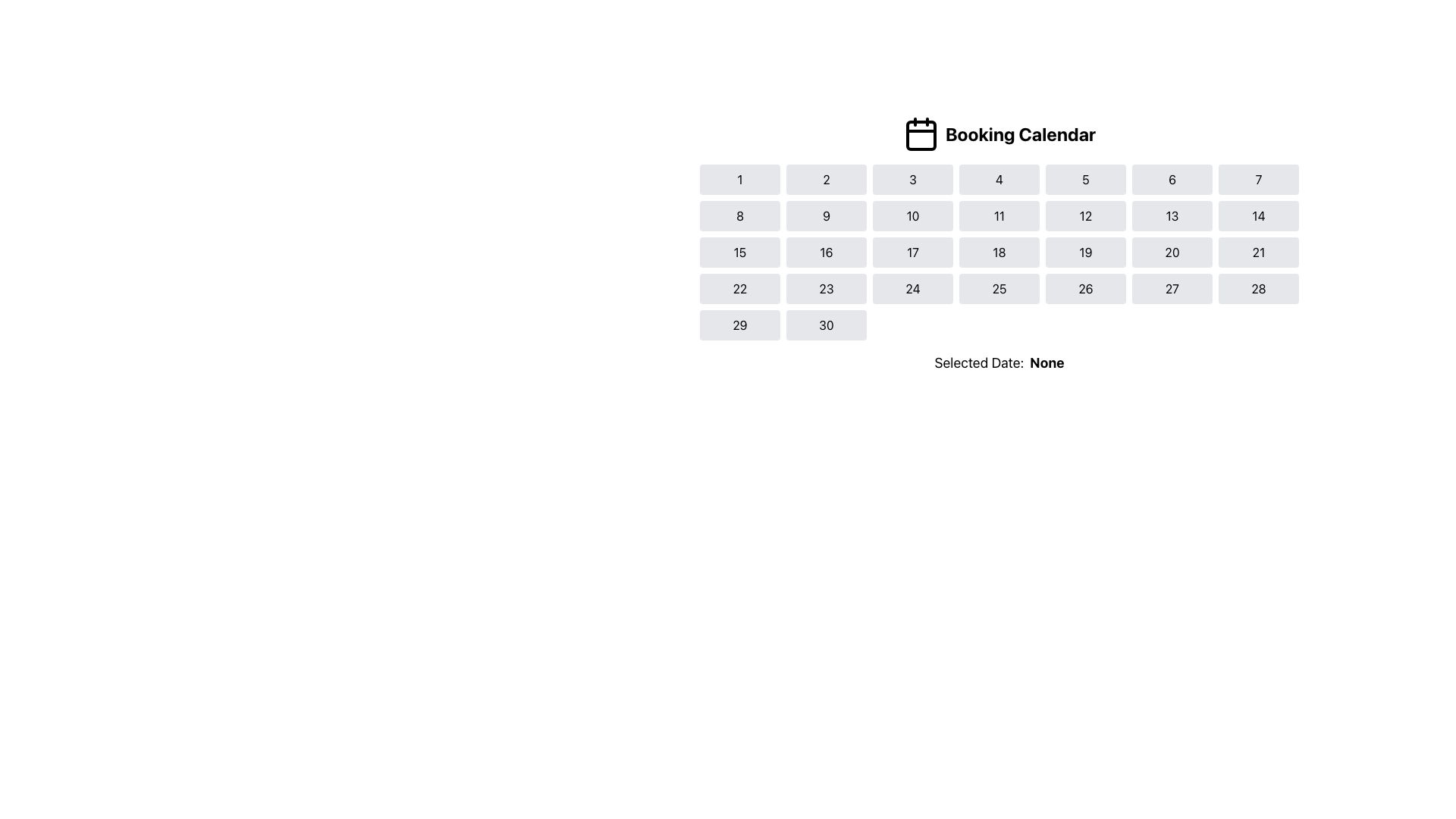 Image resolution: width=1456 pixels, height=819 pixels. Describe the element at coordinates (1084, 289) in the screenshot. I see `the date selection button for '26' in the calendar grid located below the 'Booking Calendar' header` at that location.